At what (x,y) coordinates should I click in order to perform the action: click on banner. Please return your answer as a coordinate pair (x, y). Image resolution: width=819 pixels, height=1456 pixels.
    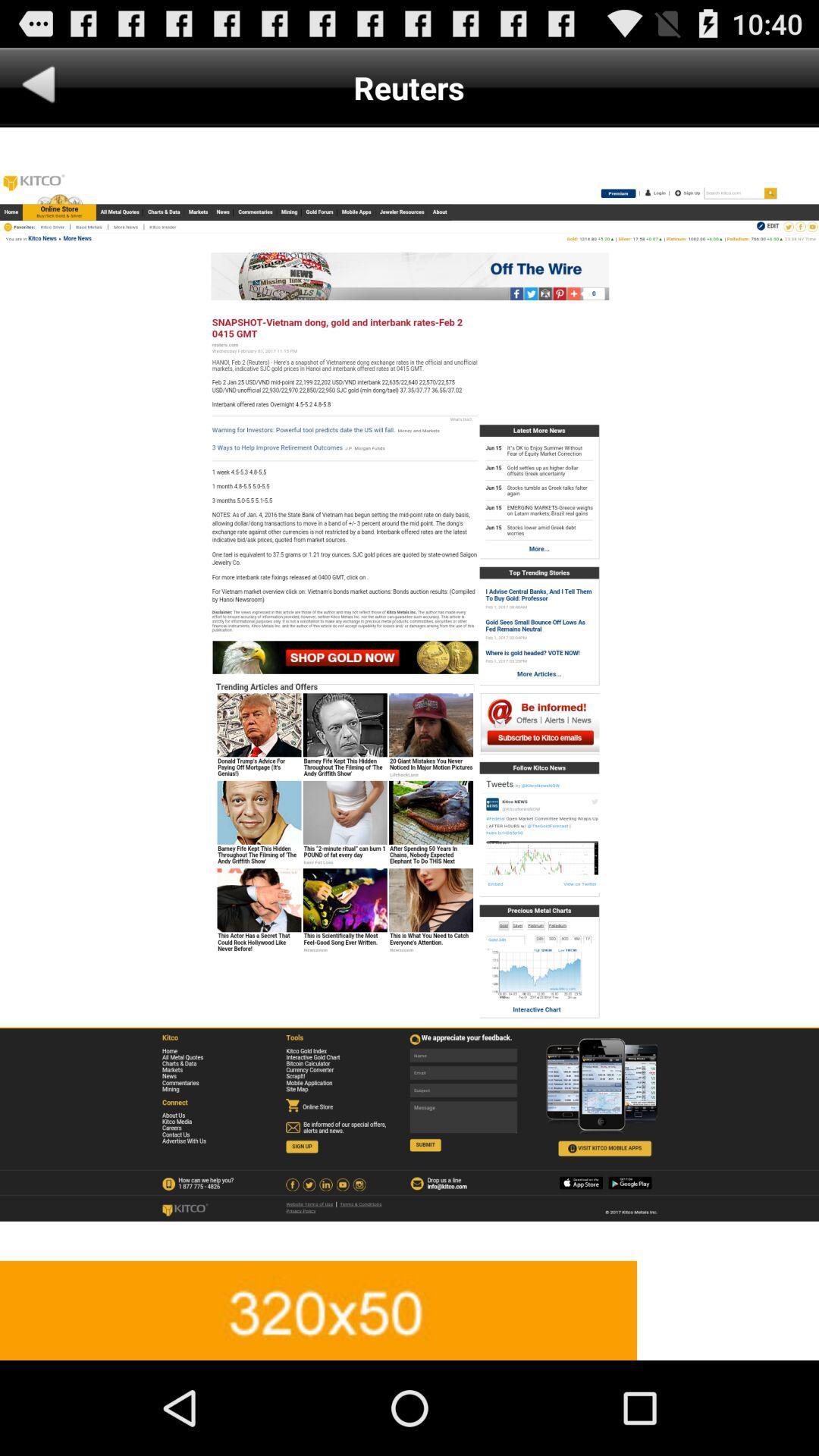
    Looking at the image, I should click on (409, 1310).